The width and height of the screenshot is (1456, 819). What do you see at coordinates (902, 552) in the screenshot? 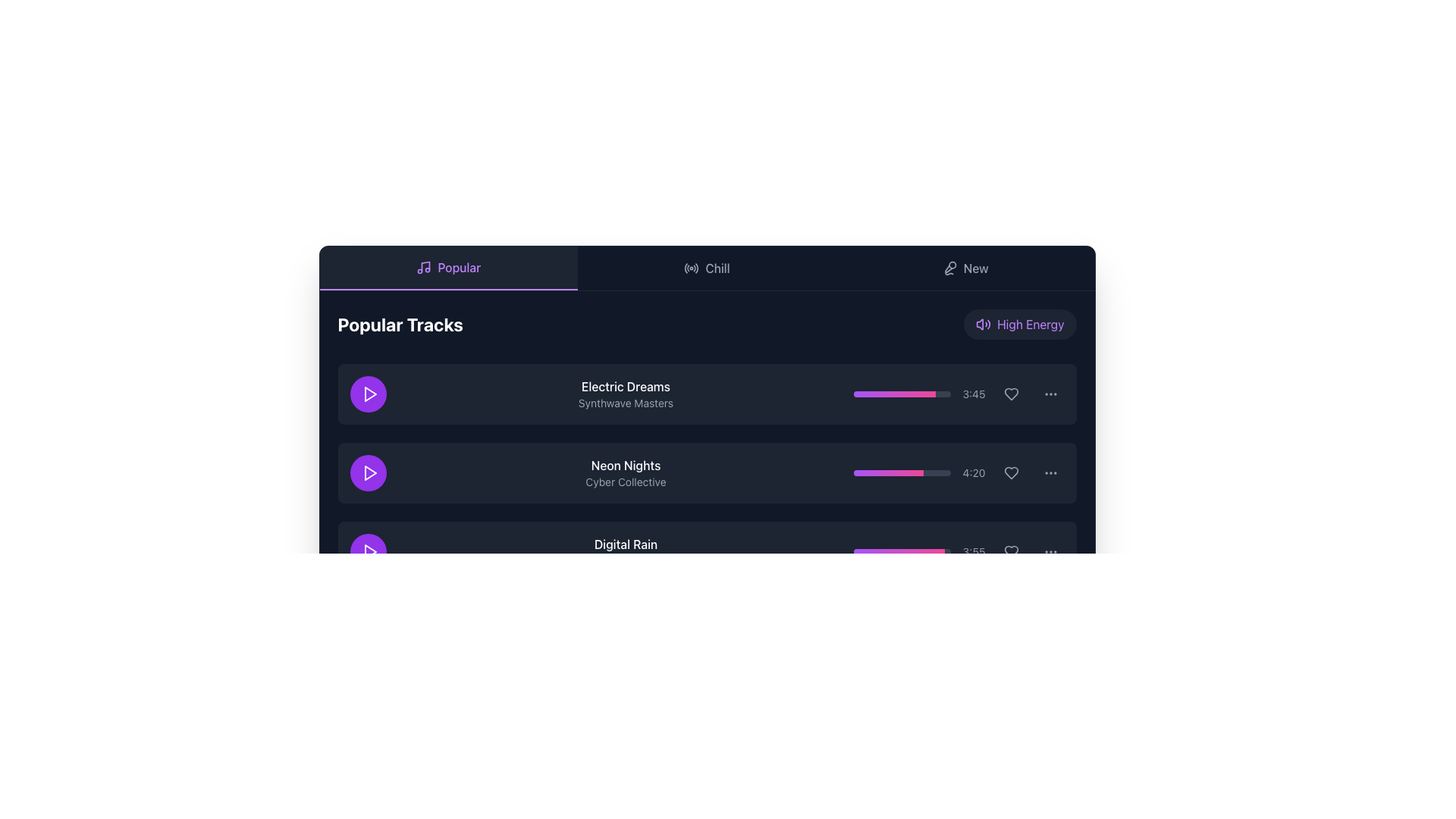
I see `the Progress Bar element for the track 'Digital Rain', which is the third entry in the list, located beneath the text 'Digital Rain' and adjacent to the time indicator '3:55'` at bounding box center [902, 552].